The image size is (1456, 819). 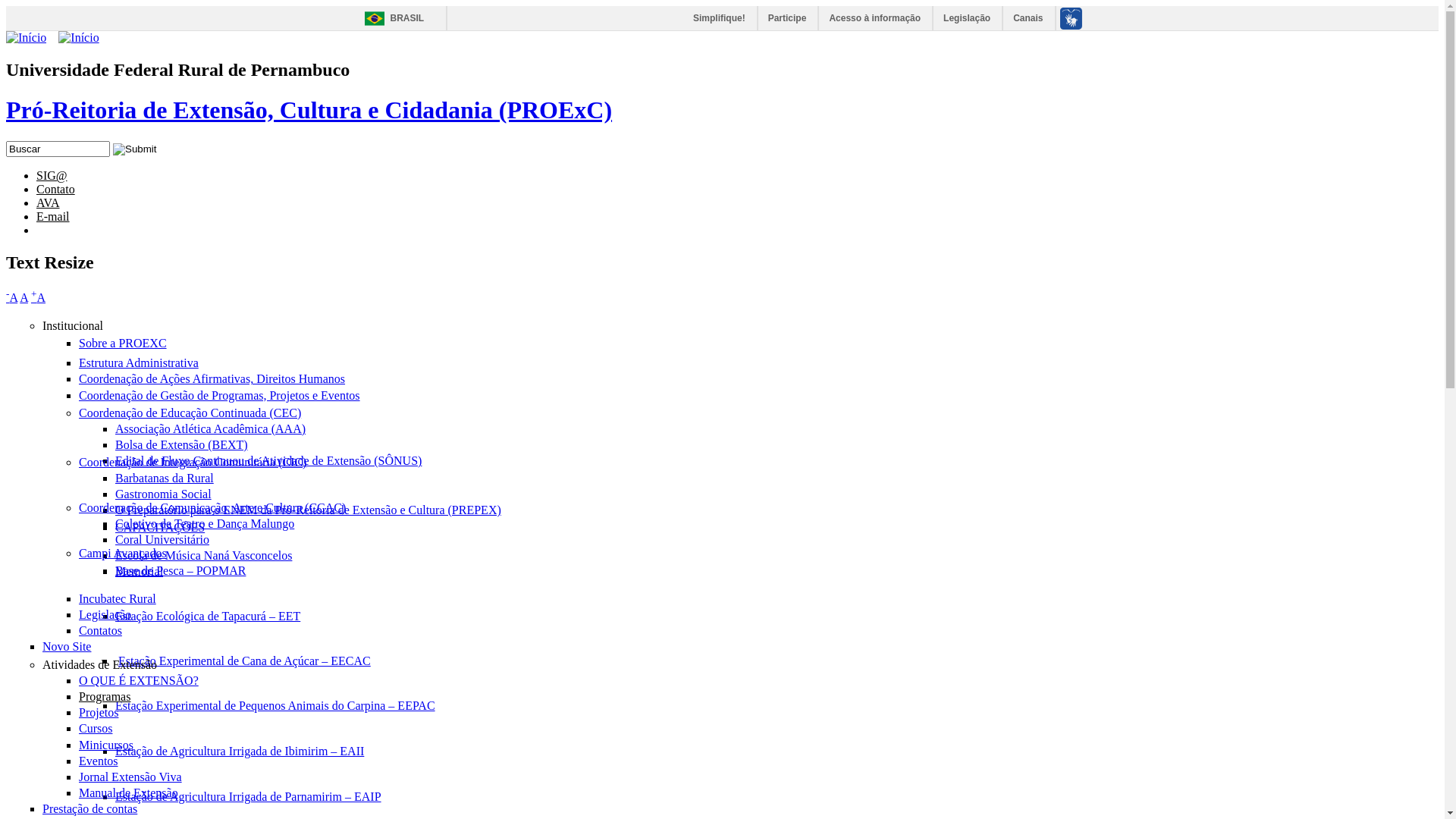 I want to click on 'Contatos', so click(x=99, y=630).